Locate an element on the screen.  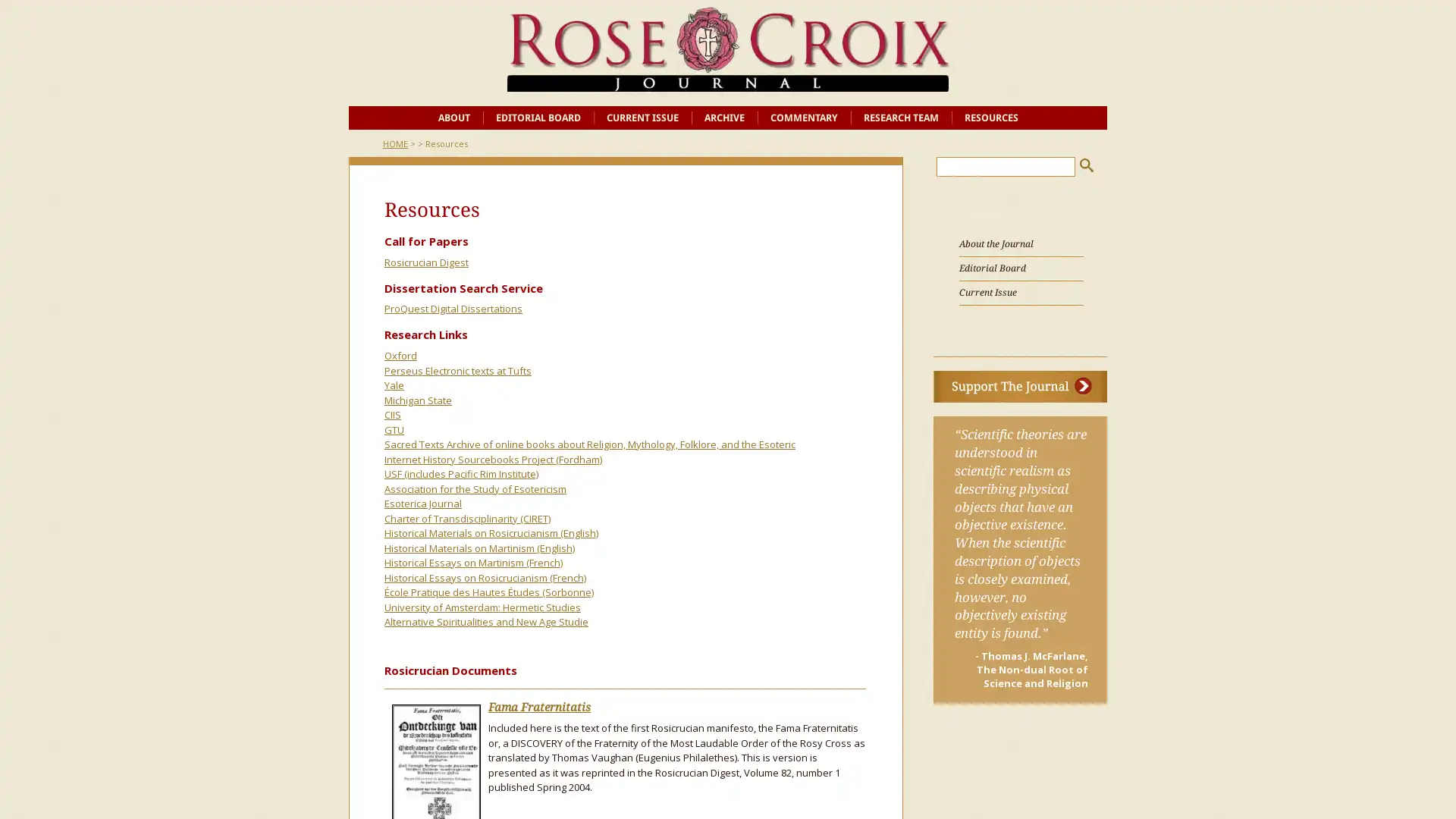
search is located at coordinates (1086, 165).